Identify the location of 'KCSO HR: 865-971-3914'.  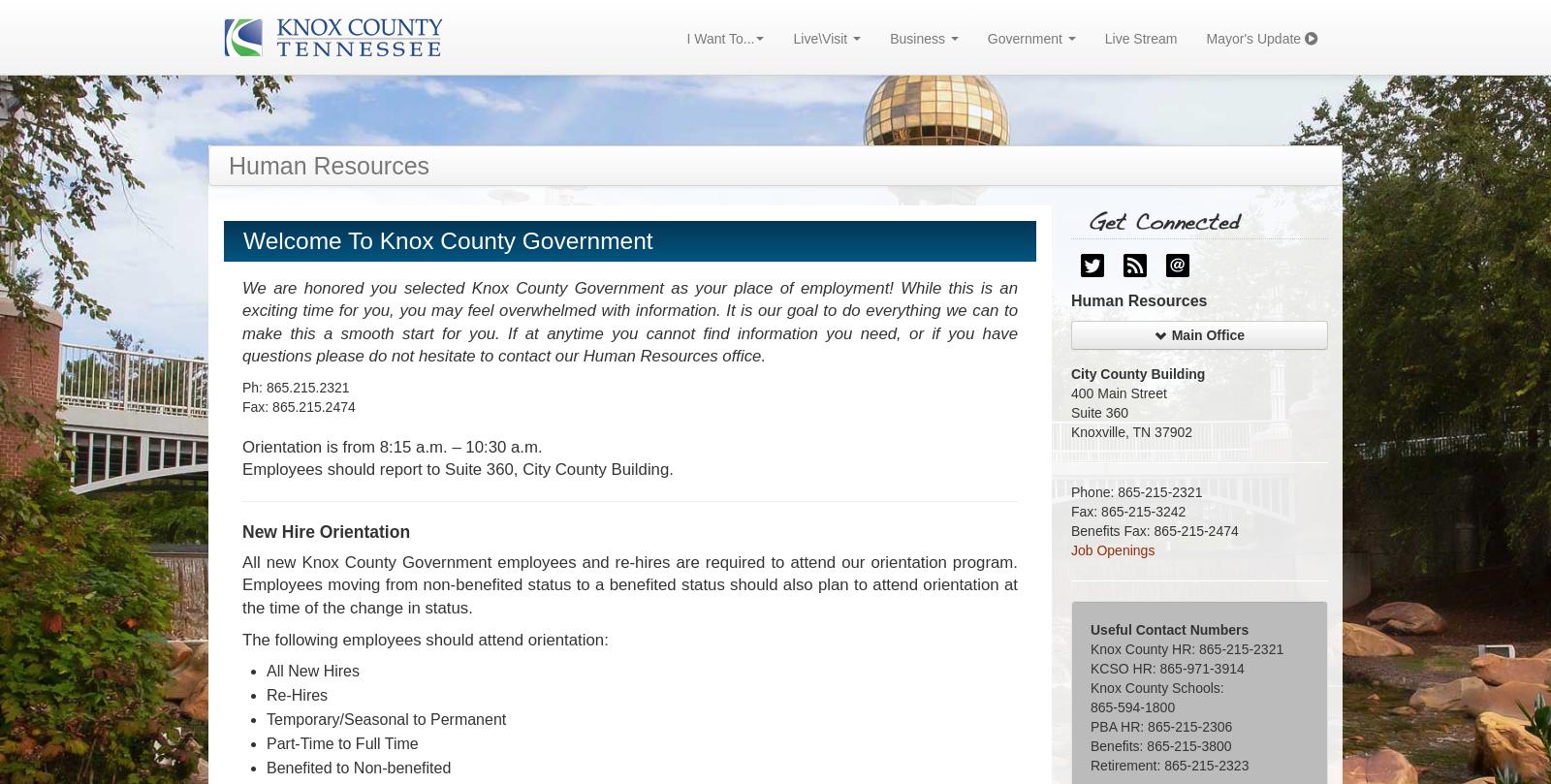
(1165, 667).